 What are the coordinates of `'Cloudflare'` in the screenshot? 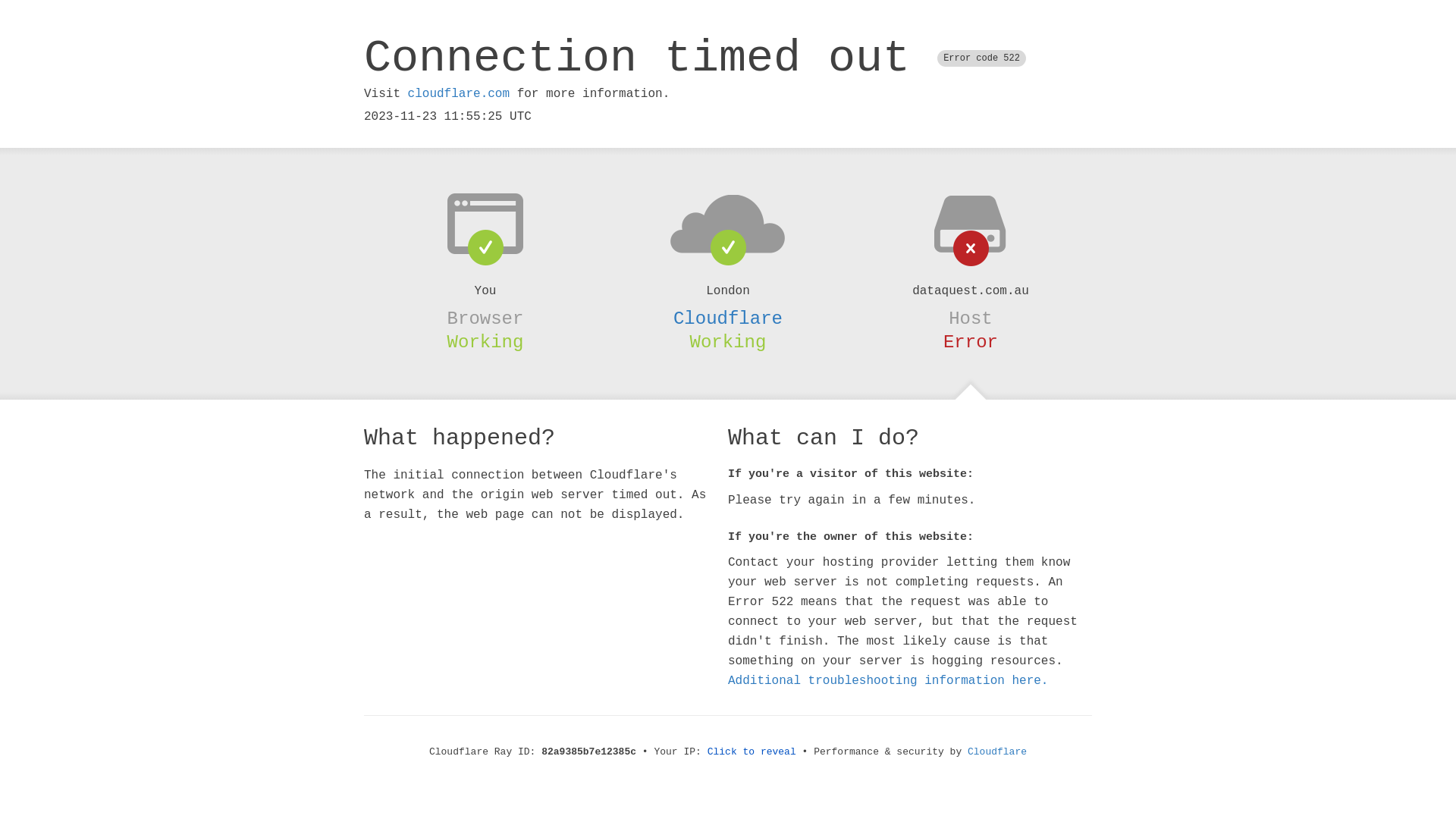 It's located at (673, 318).